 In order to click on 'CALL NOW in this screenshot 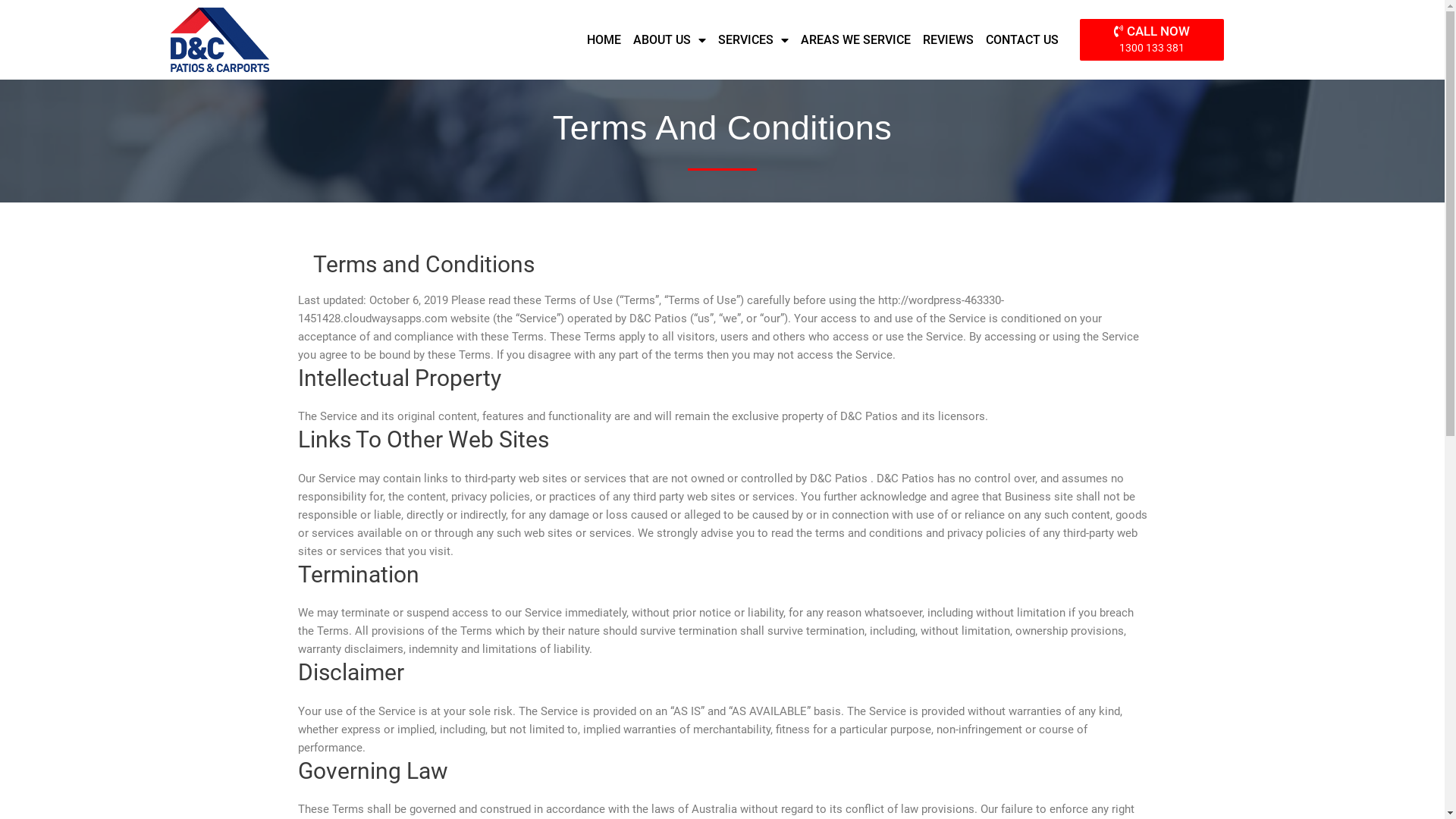, I will do `click(1151, 38)`.